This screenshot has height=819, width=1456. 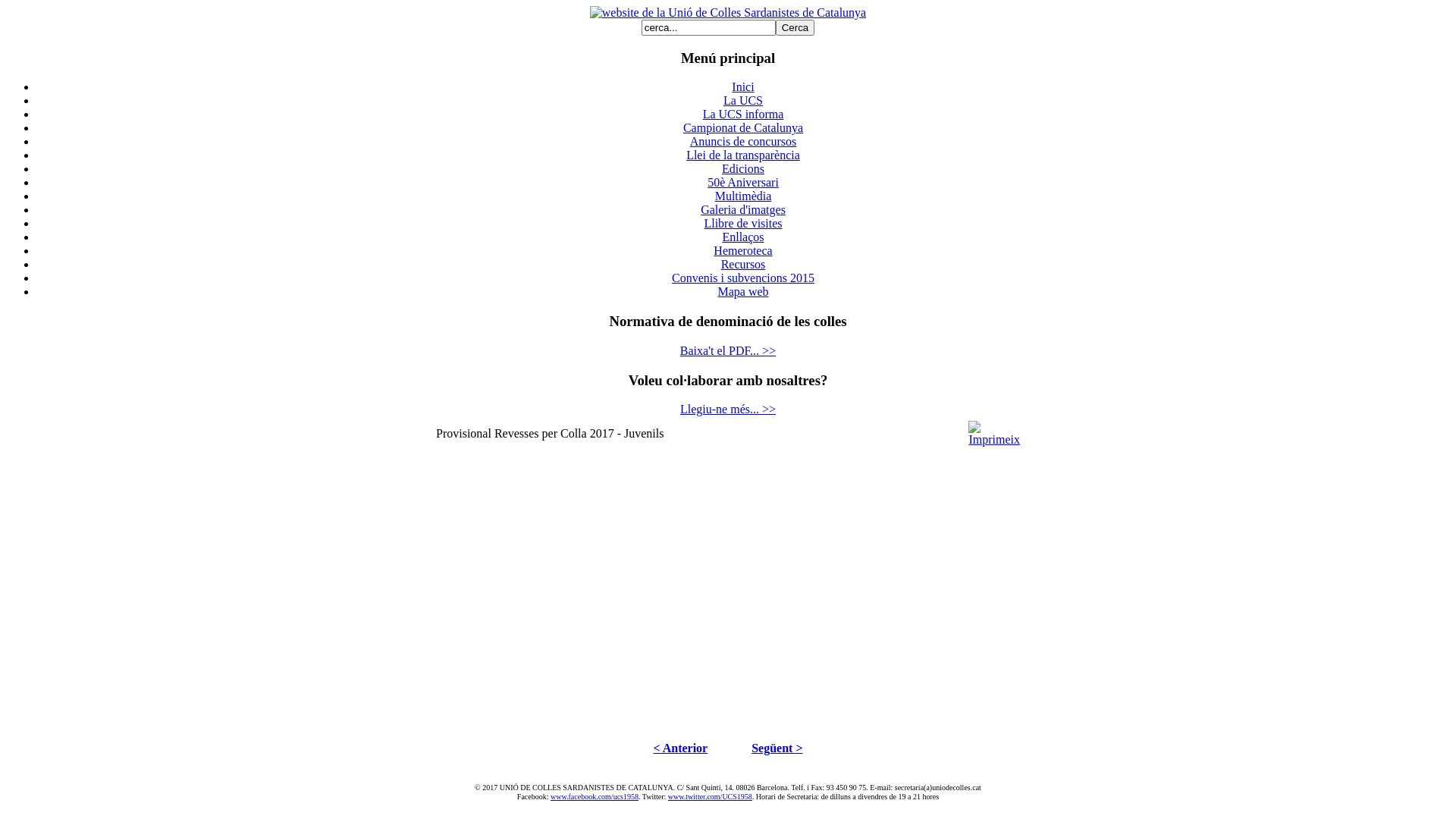 I want to click on 'La UCS informa', so click(x=743, y=113).